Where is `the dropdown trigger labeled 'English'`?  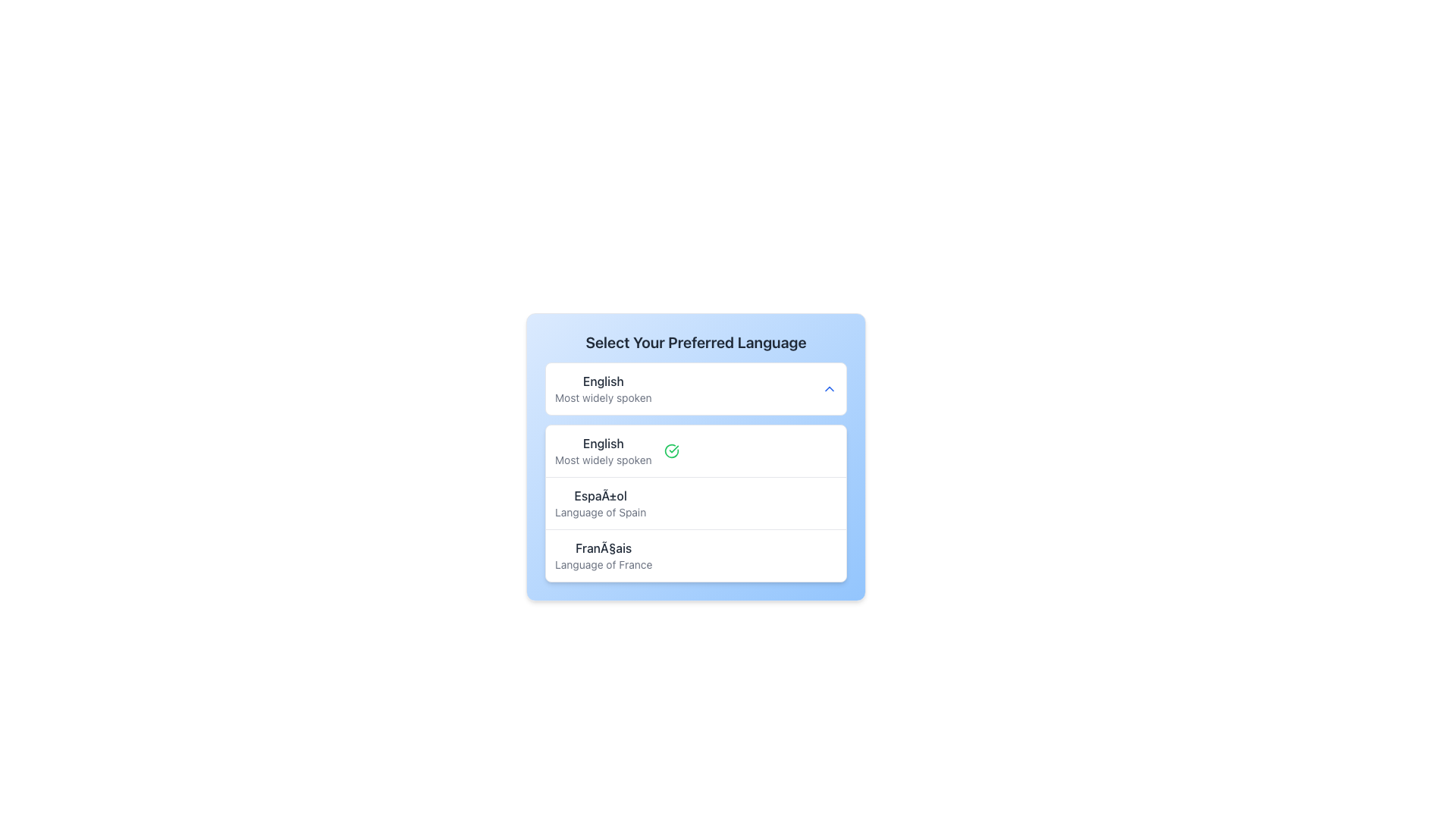 the dropdown trigger labeled 'English' is located at coordinates (695, 388).